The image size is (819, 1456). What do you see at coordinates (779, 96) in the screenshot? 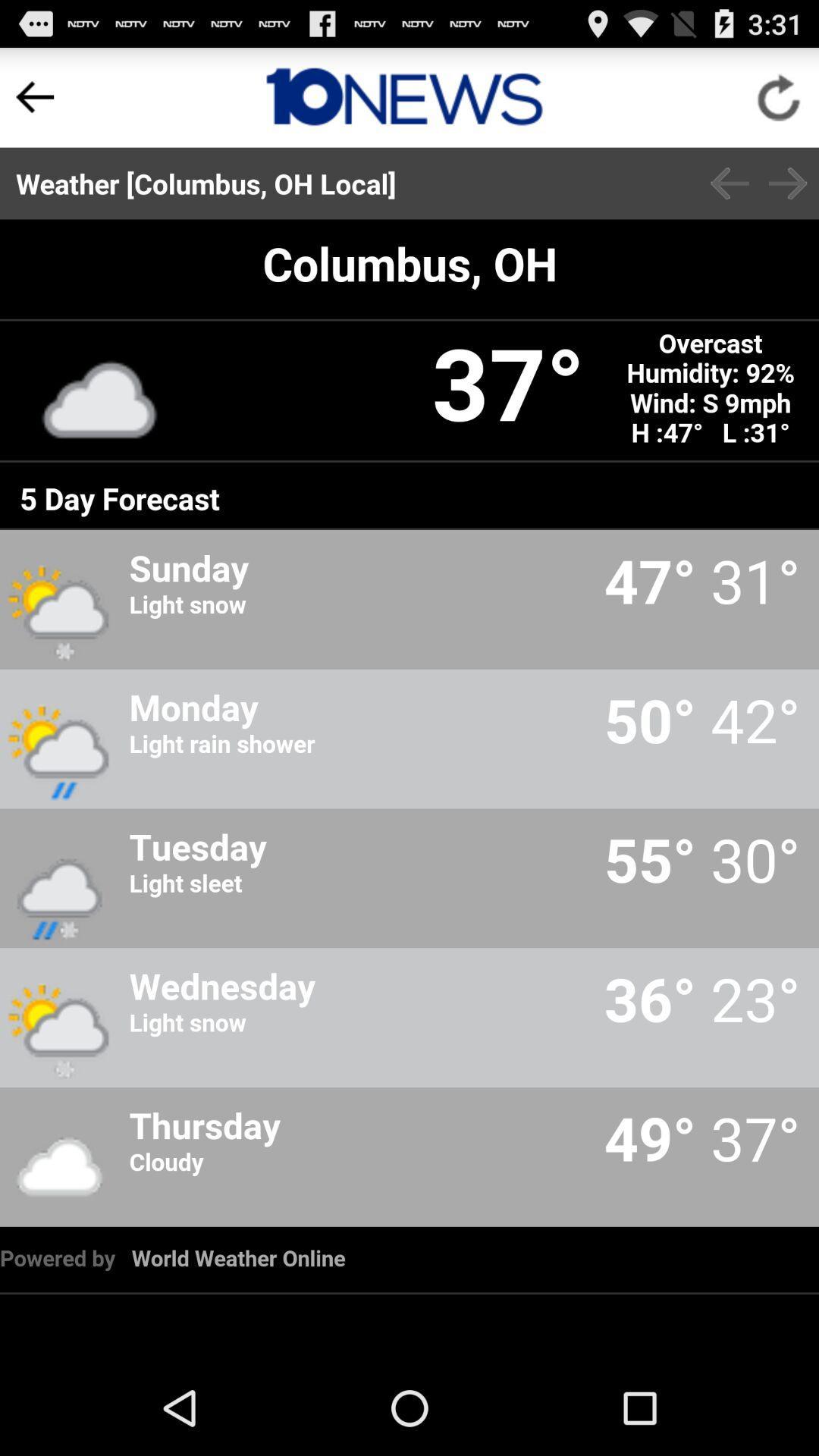
I see `click reload option` at bounding box center [779, 96].